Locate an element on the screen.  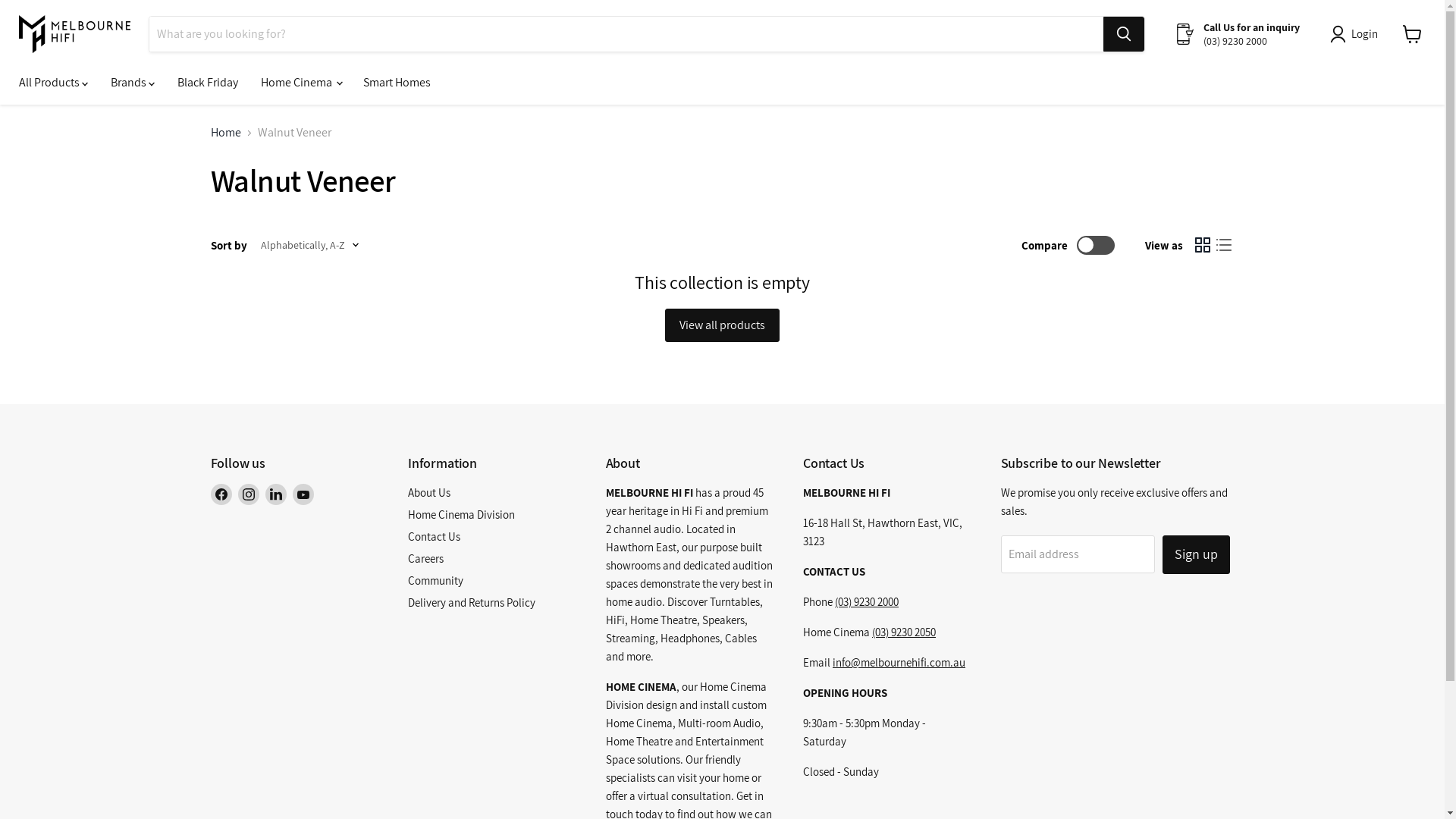
'Careers' is located at coordinates (407, 558).